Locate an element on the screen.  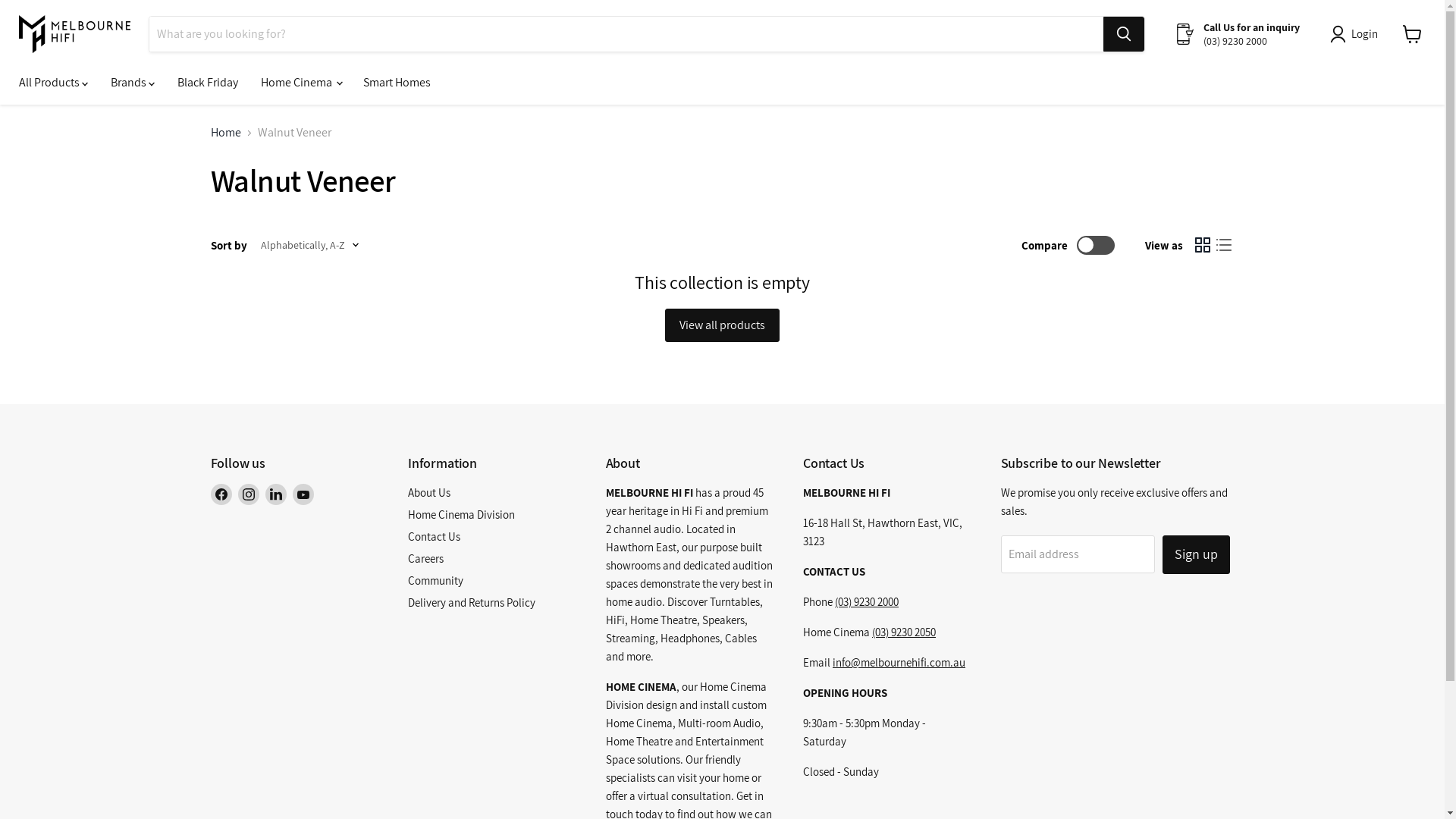
'Careers' is located at coordinates (407, 558).